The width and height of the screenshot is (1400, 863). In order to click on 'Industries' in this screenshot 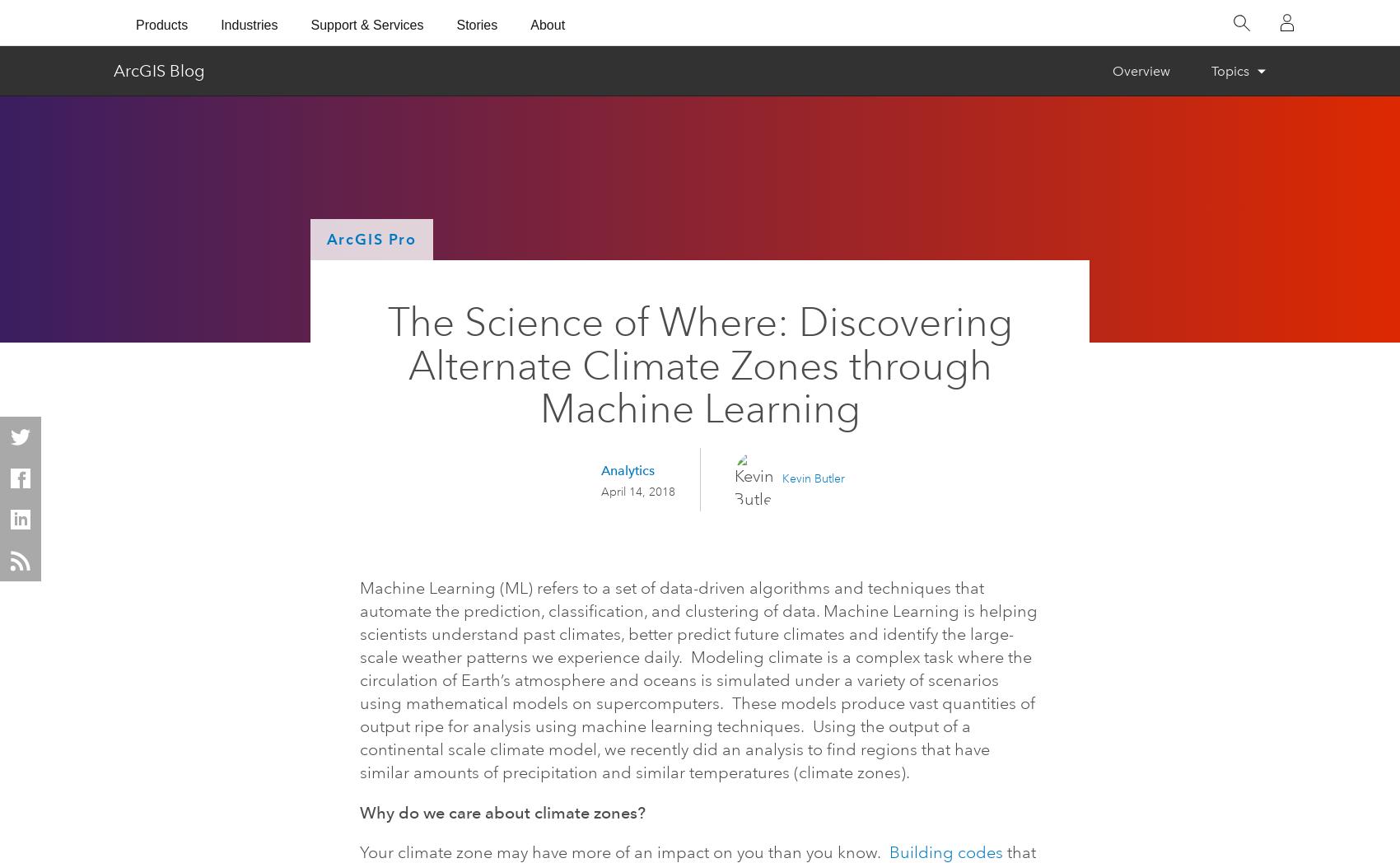, I will do `click(249, 23)`.